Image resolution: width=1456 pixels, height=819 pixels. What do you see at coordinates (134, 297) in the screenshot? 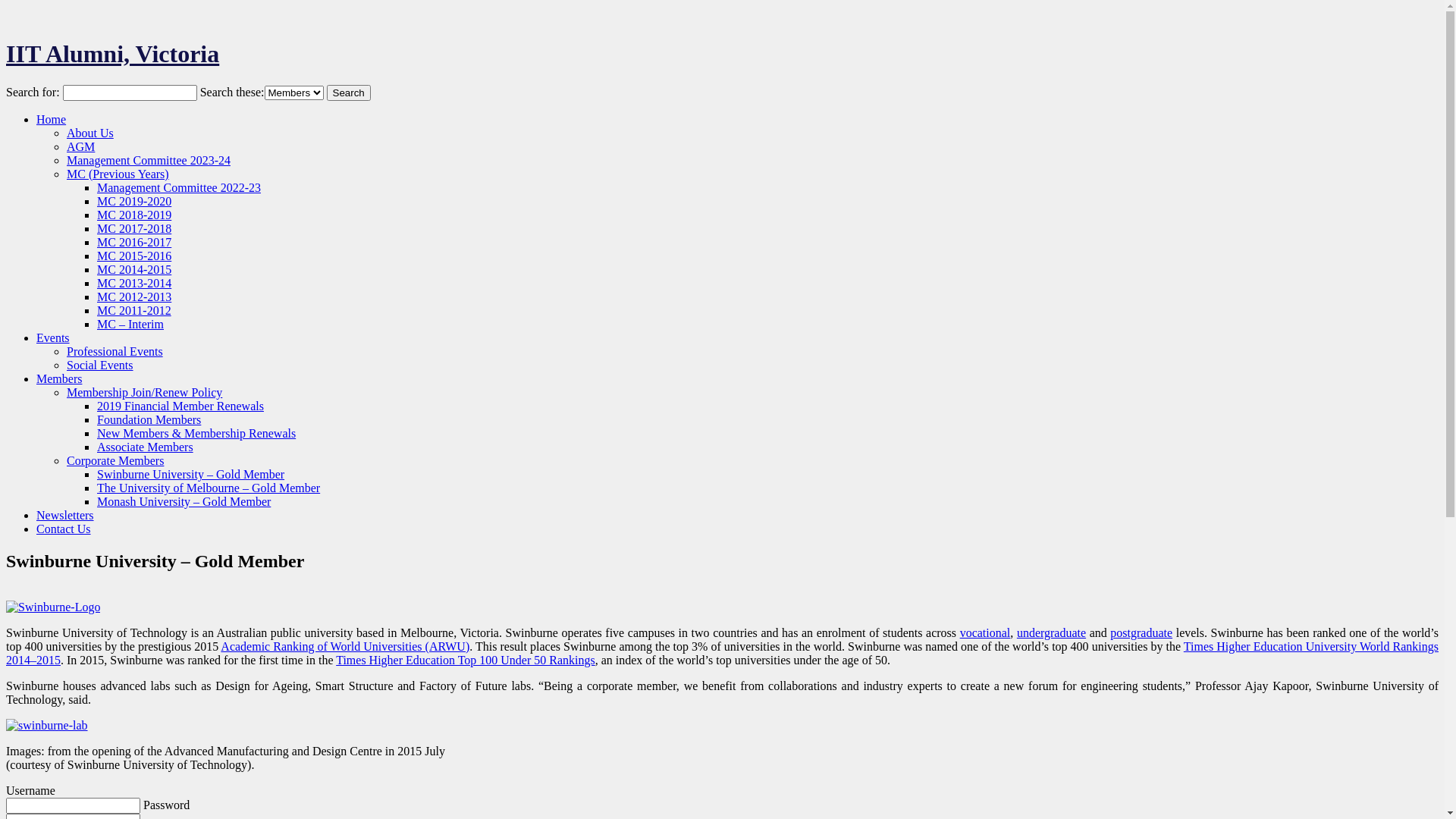
I see `'MC 2012-2013'` at bounding box center [134, 297].